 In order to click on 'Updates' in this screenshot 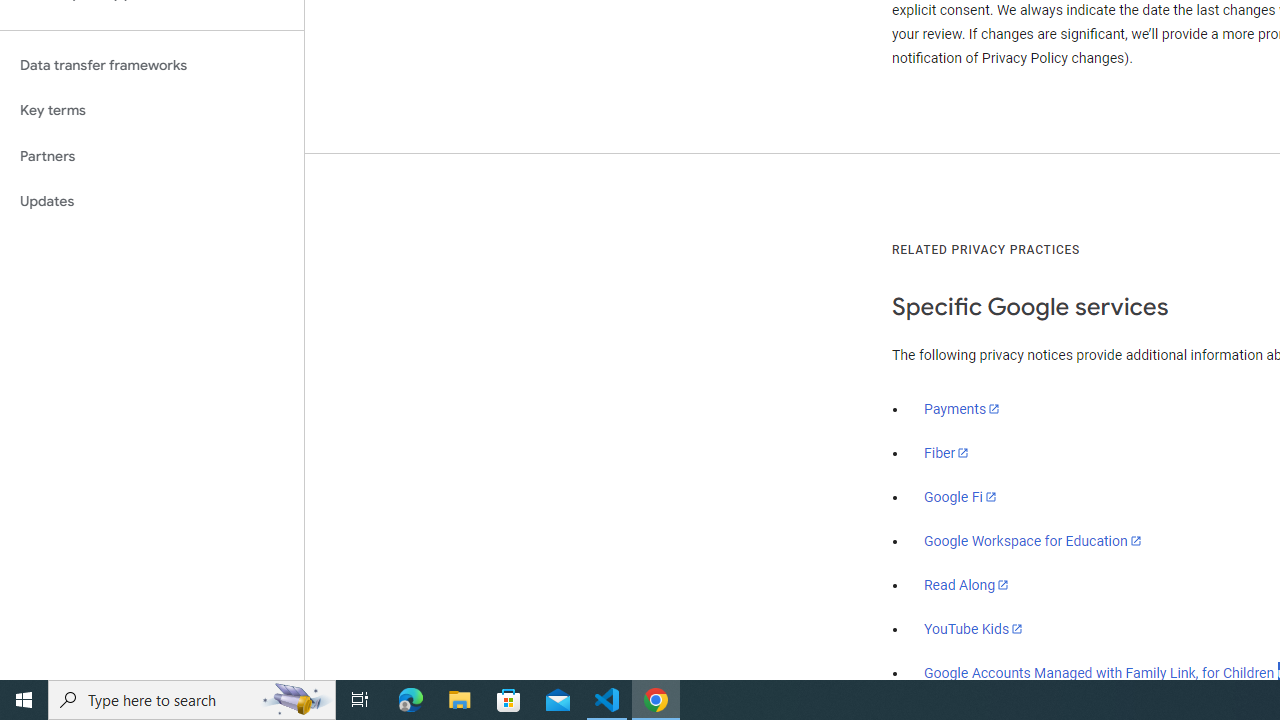, I will do `click(151, 201)`.